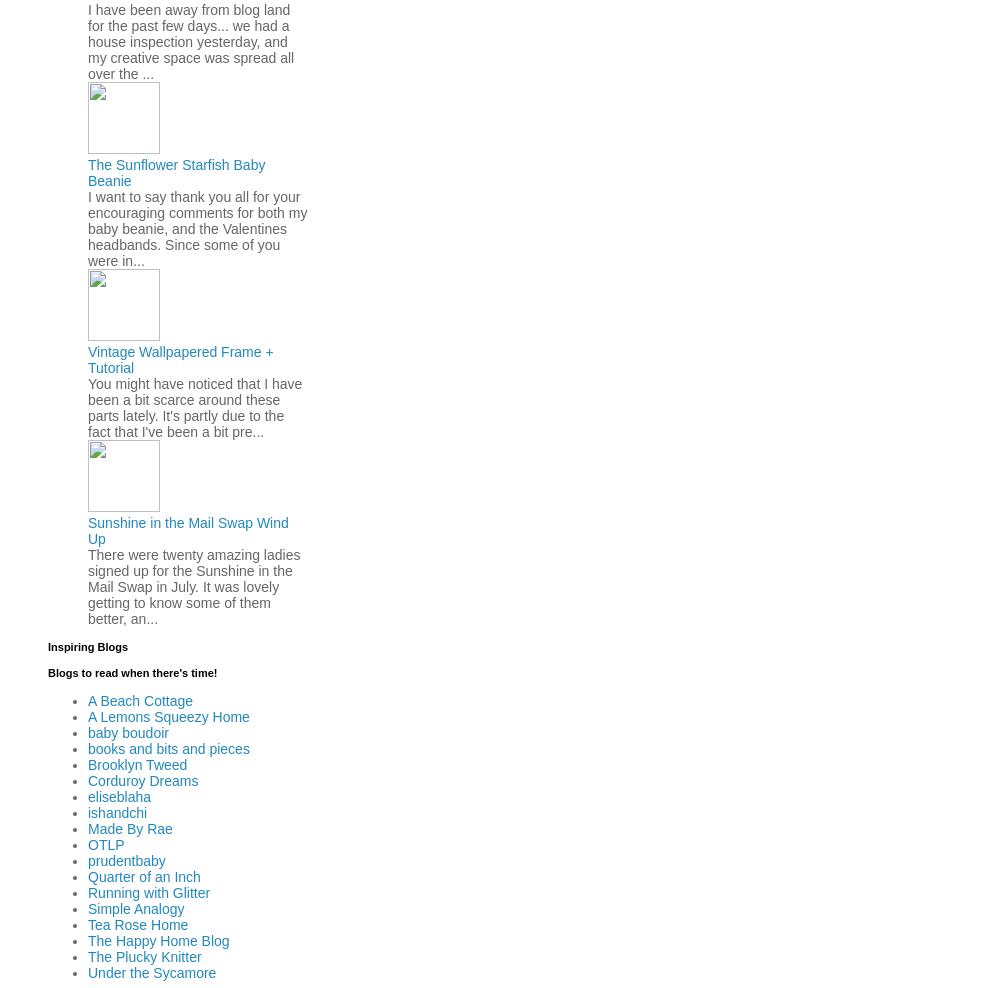 The height and width of the screenshot is (988, 1008). Describe the element at coordinates (197, 228) in the screenshot. I see `'I want to say thank you all for your encouraging comments for both my baby beanie, and the Valentines headbands.   Since some of you were in...'` at that location.